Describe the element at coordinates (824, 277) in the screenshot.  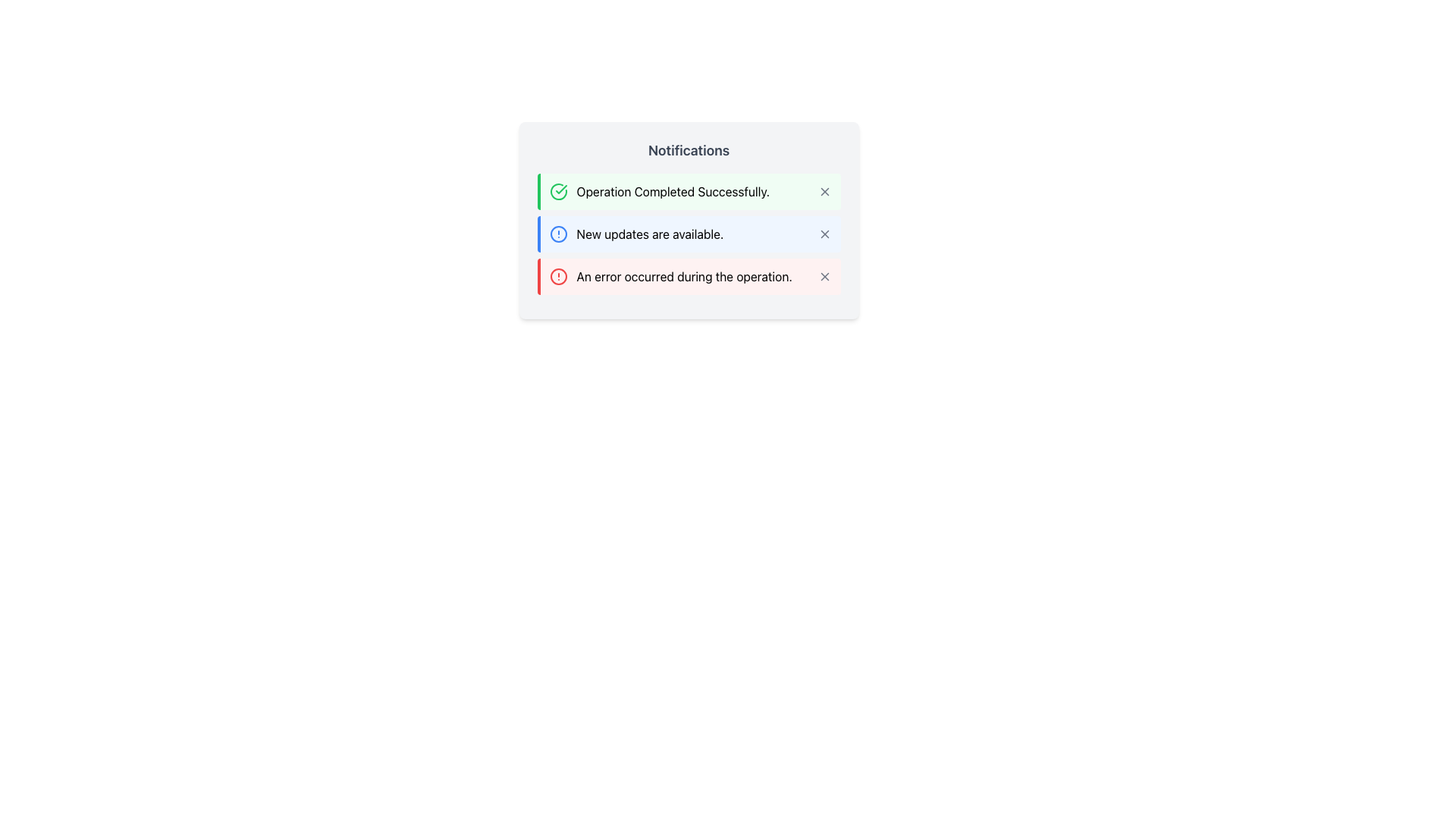
I see `the small diagonal cross ("X") icon in the bottom-right corner of the third notification card` at that location.